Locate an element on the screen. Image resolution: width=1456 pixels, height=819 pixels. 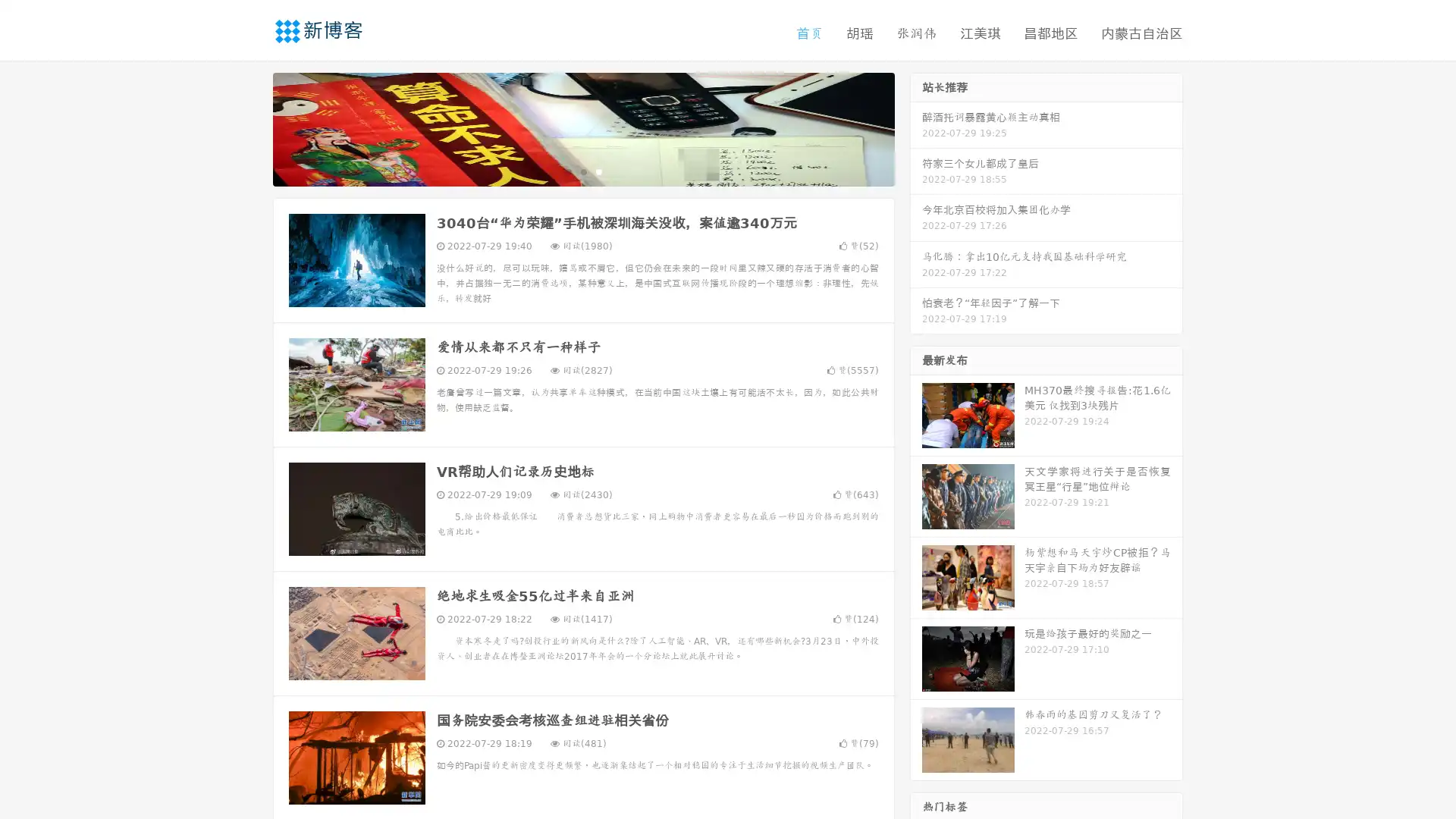
Previous slide is located at coordinates (250, 127).